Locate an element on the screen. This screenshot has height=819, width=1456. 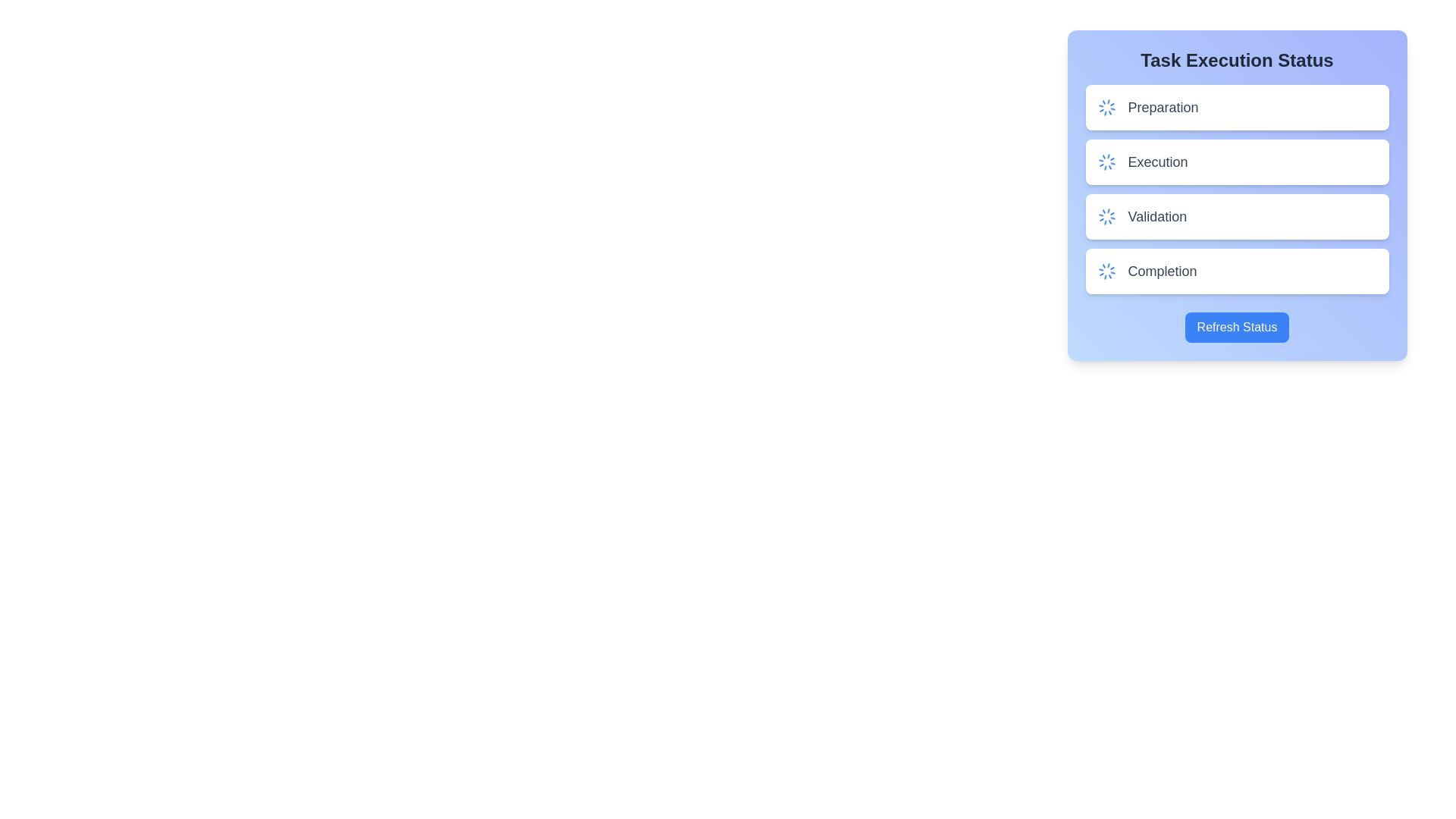
the Spinner element located in the 'Validation' section, which is positioned to the left of the 'Validation' label is located at coordinates (1106, 216).